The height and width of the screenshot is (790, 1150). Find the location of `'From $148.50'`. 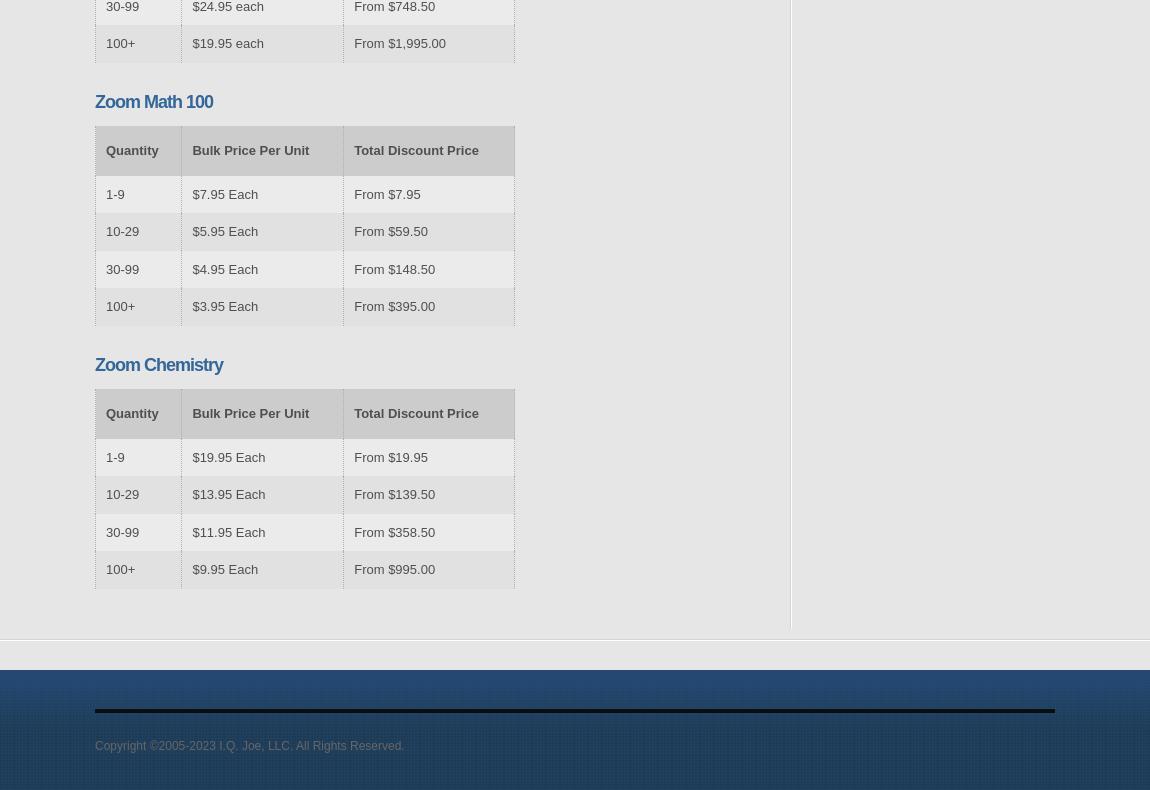

'From $148.50' is located at coordinates (394, 267).